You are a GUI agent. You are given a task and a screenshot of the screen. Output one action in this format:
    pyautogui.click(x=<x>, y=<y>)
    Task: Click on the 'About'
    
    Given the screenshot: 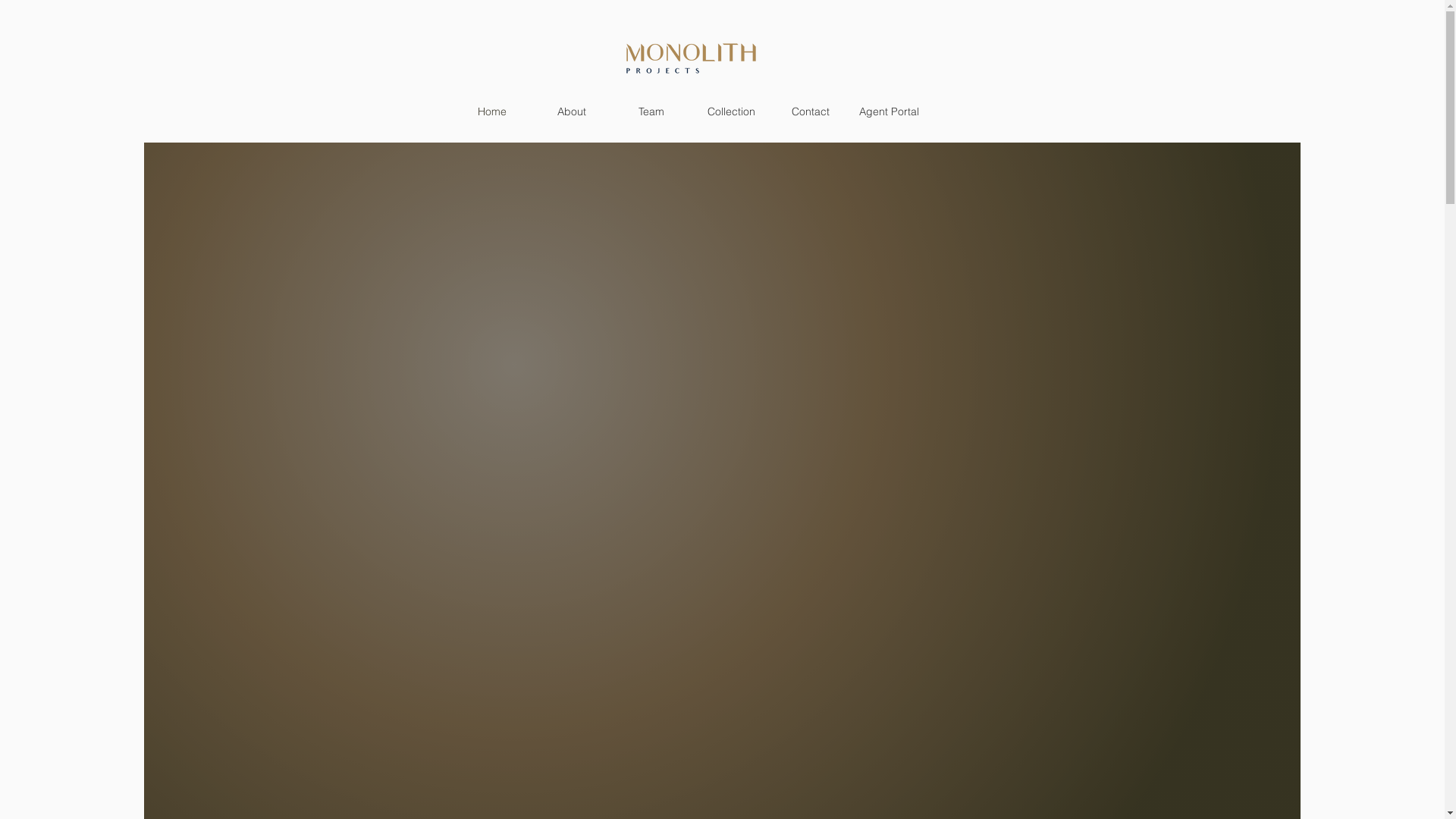 What is the action you would take?
    pyautogui.click(x=571, y=110)
    